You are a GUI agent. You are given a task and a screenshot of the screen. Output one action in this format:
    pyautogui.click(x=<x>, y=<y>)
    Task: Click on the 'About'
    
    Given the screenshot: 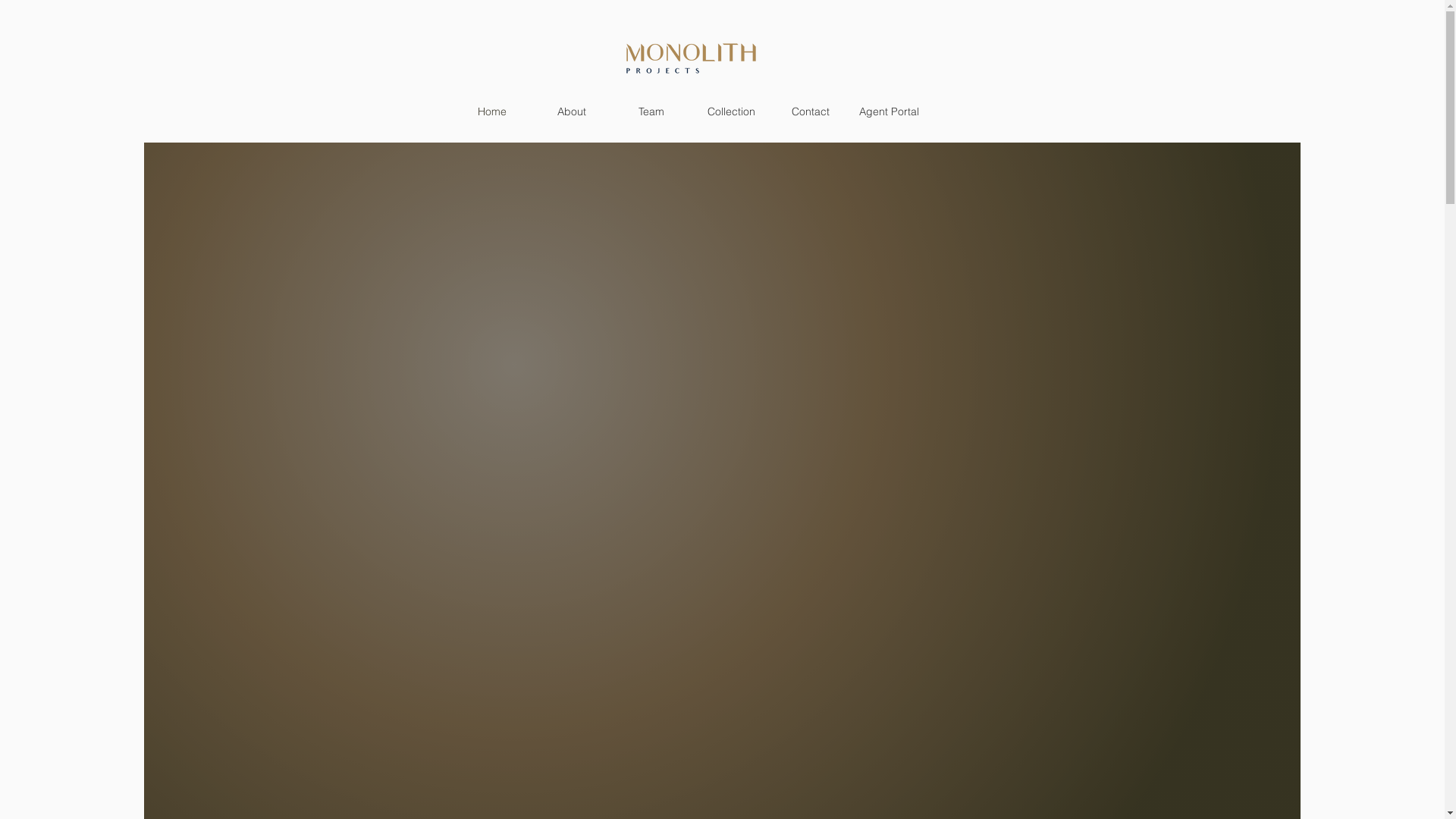 What is the action you would take?
    pyautogui.click(x=571, y=110)
    